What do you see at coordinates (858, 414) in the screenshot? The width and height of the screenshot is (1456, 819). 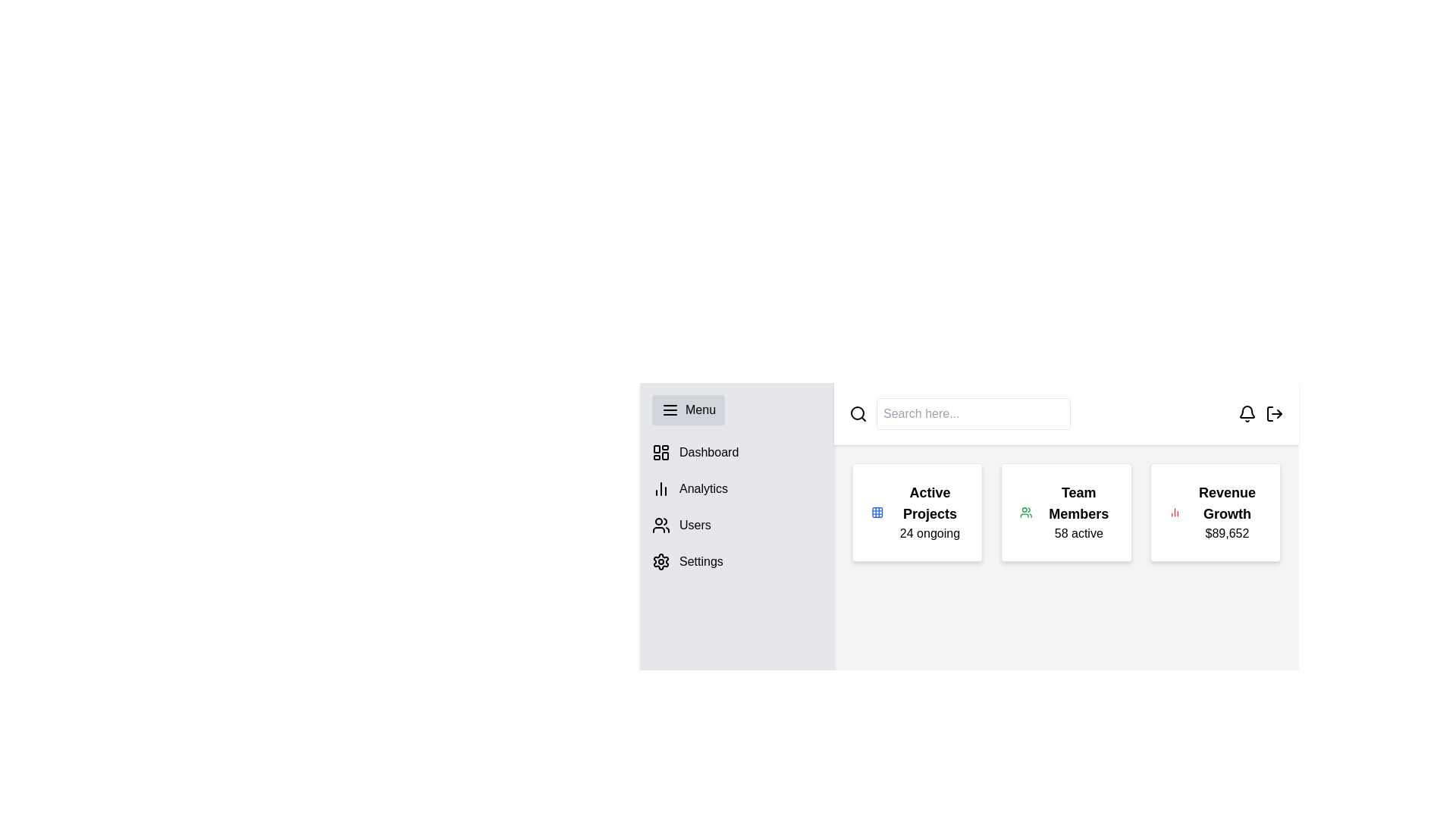 I see `the magnifying glass icon located at the left end of the horizontal bar, immediately to the left of the 'Search here...' text box` at bounding box center [858, 414].